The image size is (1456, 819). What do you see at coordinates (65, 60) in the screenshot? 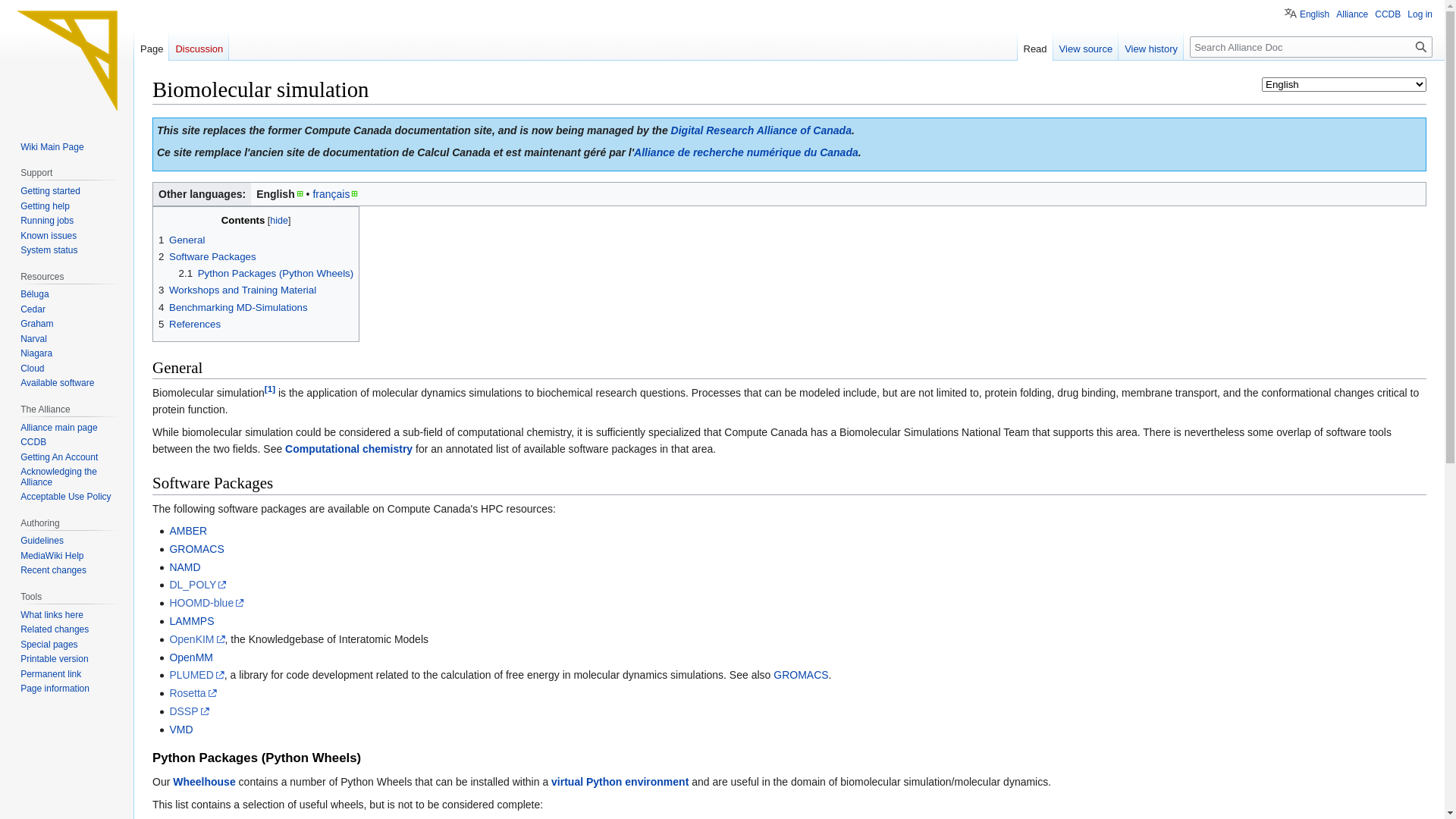
I see `'Visit the main page'` at bounding box center [65, 60].